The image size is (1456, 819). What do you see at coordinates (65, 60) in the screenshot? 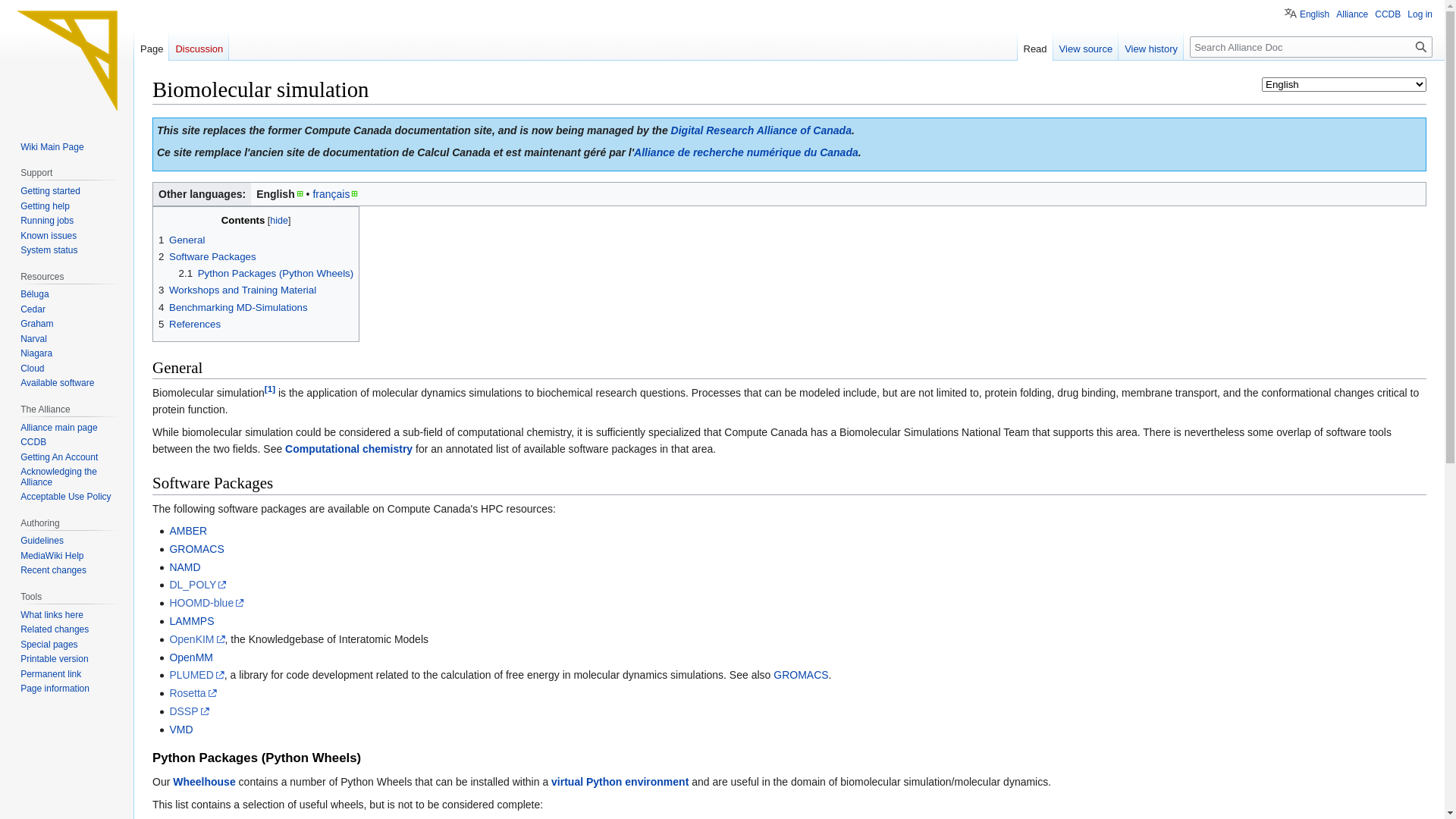
I see `'Visit the main page'` at bounding box center [65, 60].